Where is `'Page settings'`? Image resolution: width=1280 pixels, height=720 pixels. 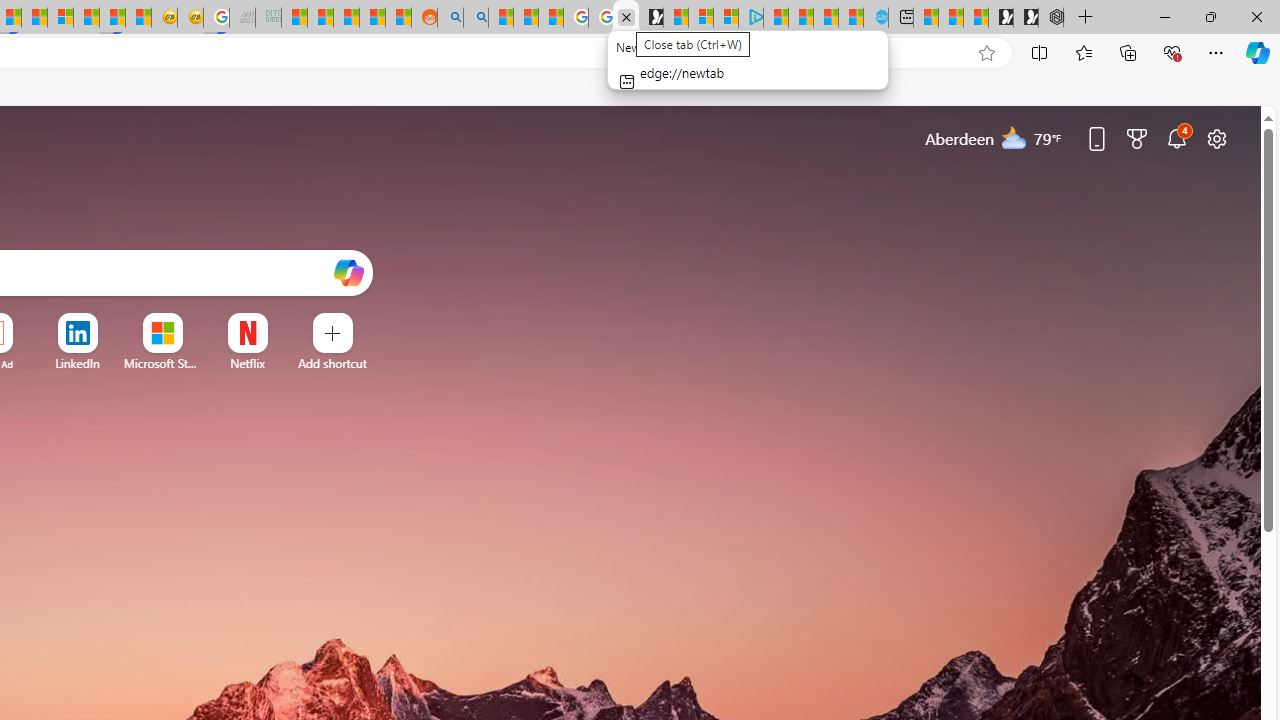
'Page settings' is located at coordinates (1215, 137).